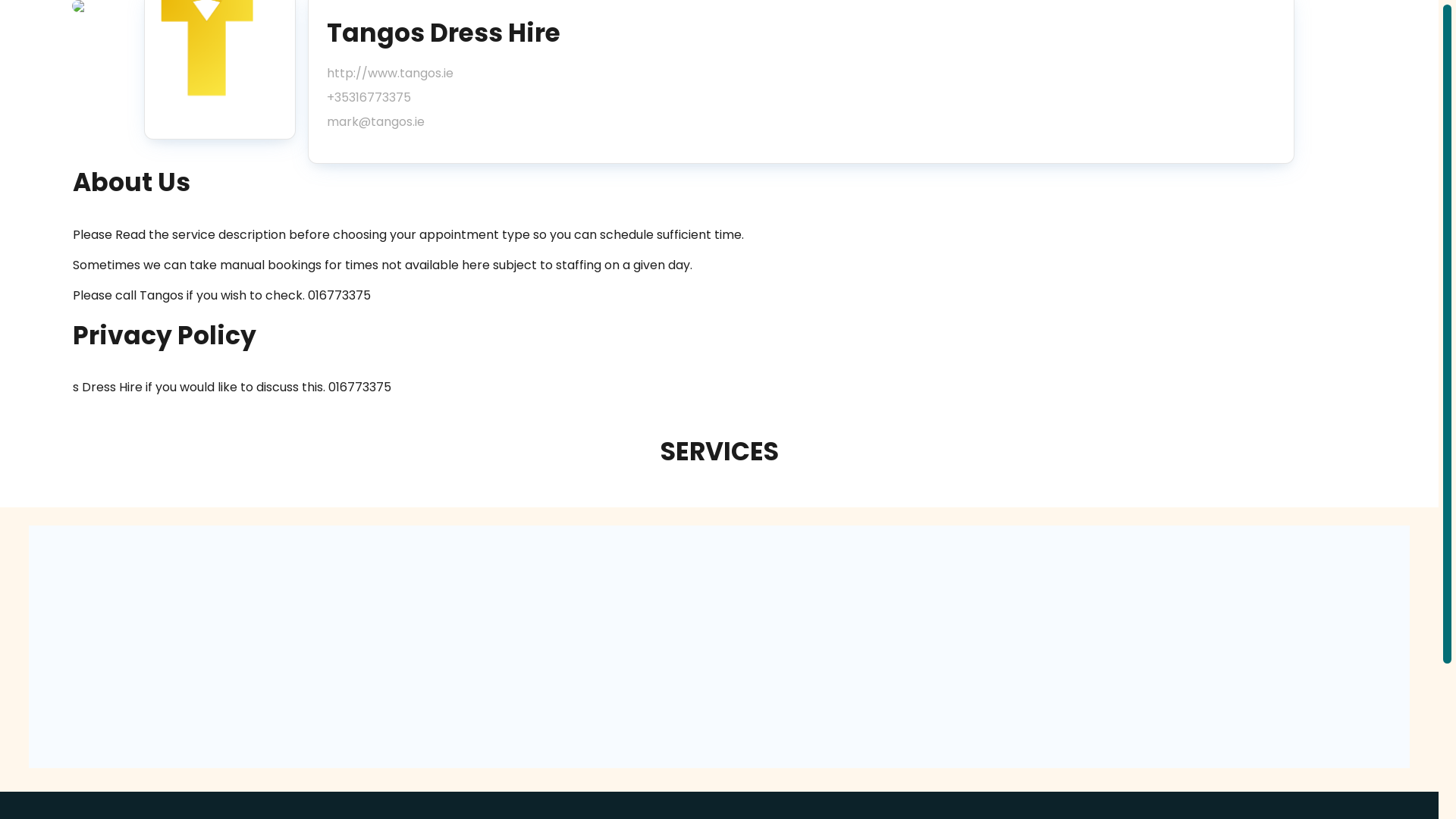 This screenshot has width=1456, height=819. Describe the element at coordinates (390, 121) in the screenshot. I see `'mark@tangos.ie'` at that location.